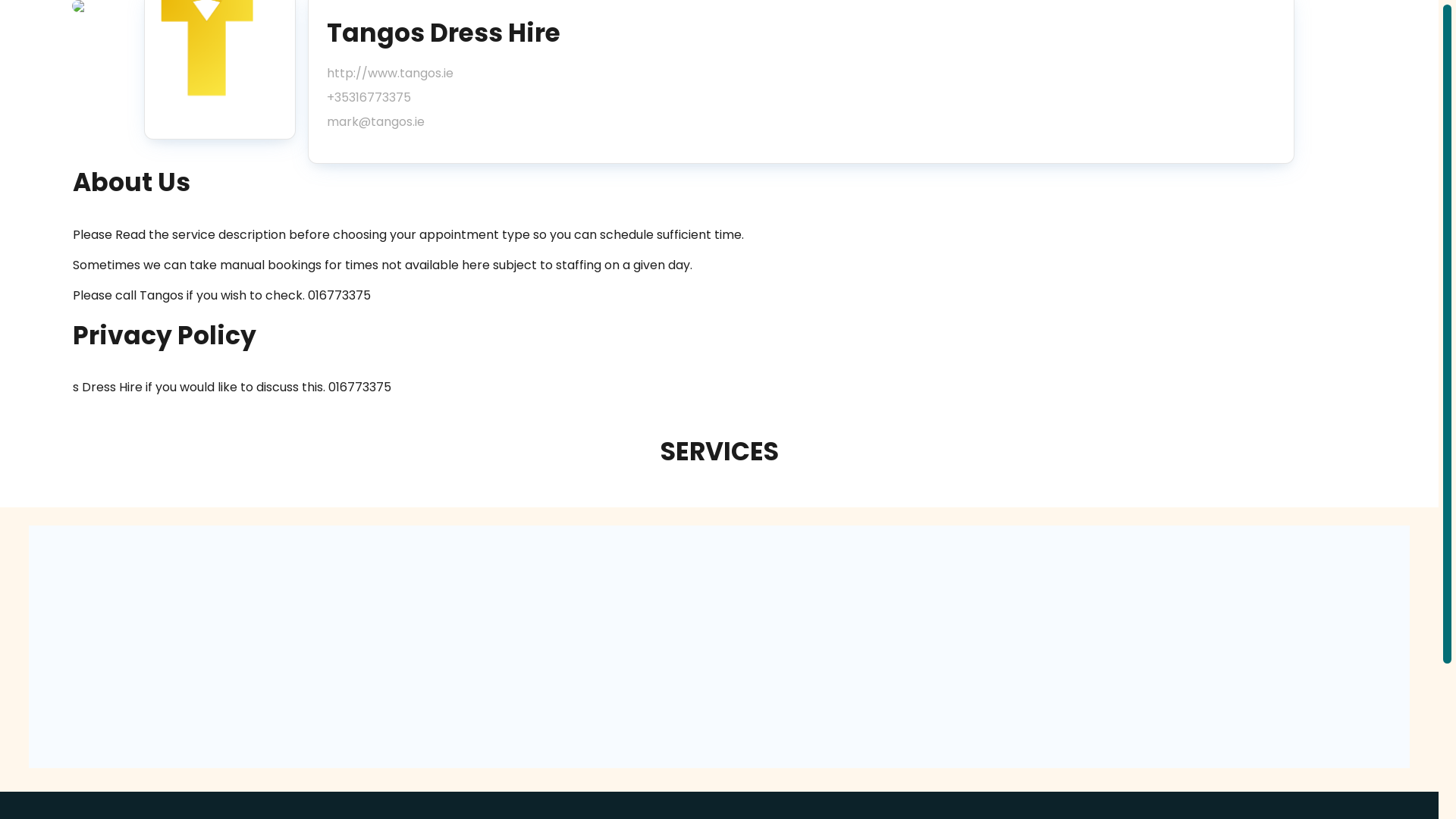 This screenshot has width=1456, height=819. Describe the element at coordinates (390, 121) in the screenshot. I see `'mark@tangos.ie'` at that location.